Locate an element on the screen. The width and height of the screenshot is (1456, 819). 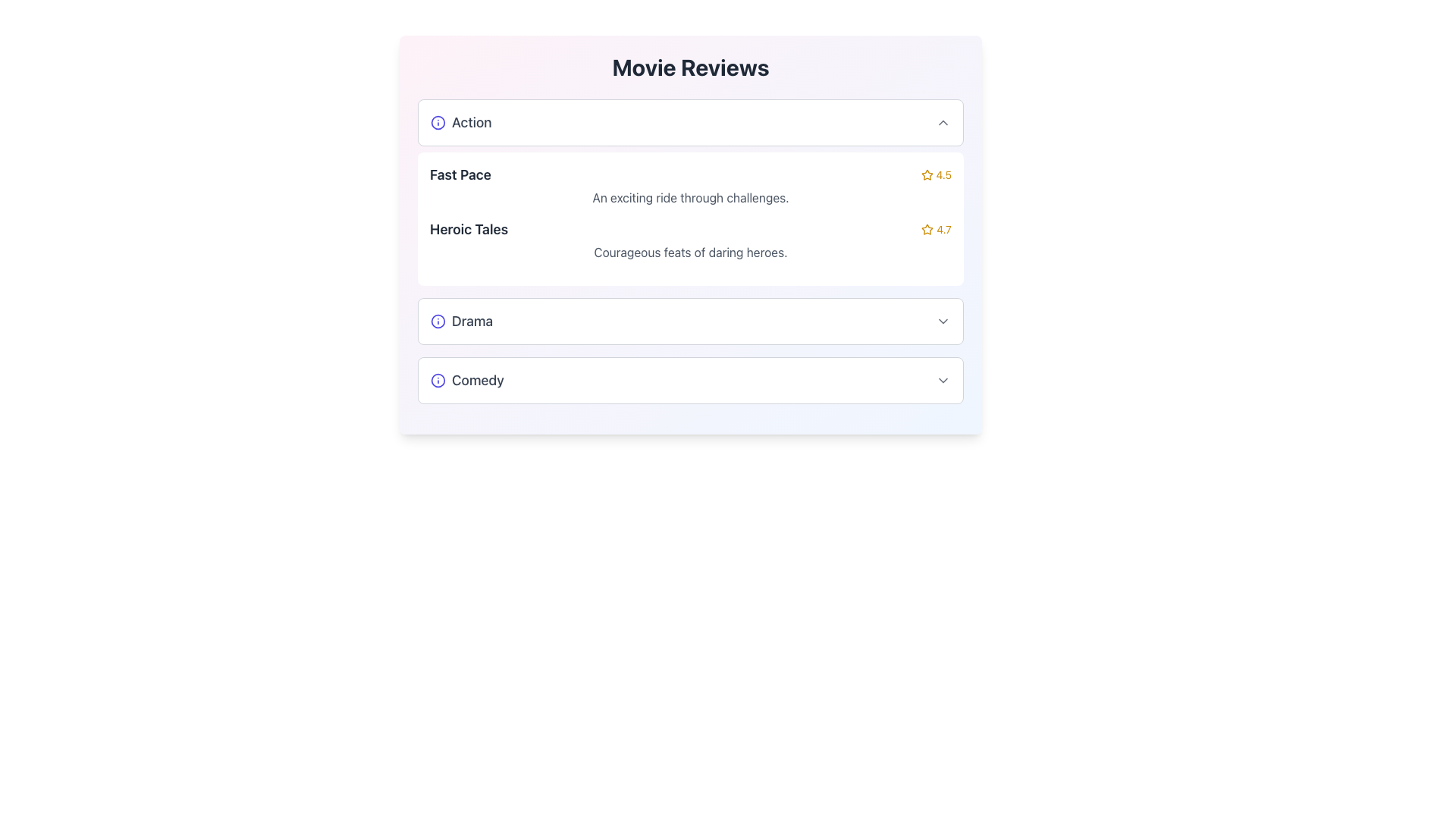
the 'Heroic Tales' list item, which includes a bold title, description, and a rating of '4.7', located in the second position of the 'Action' category is located at coordinates (690, 239).